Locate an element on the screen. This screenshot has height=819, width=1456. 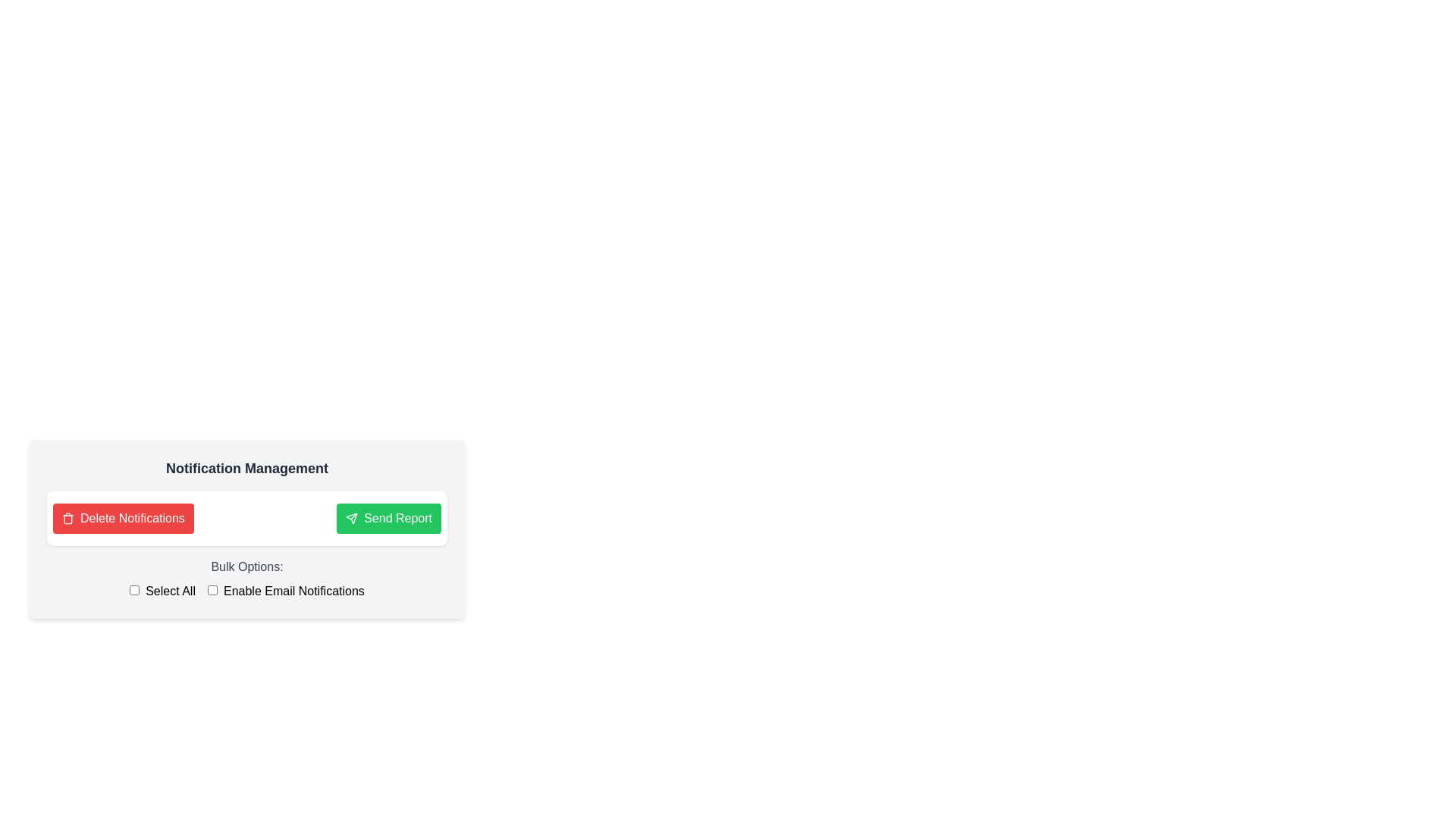
the checkbox for enabling email notifications, which is the second checkbox under the 'Bulk Options:' header, located is located at coordinates (212, 589).